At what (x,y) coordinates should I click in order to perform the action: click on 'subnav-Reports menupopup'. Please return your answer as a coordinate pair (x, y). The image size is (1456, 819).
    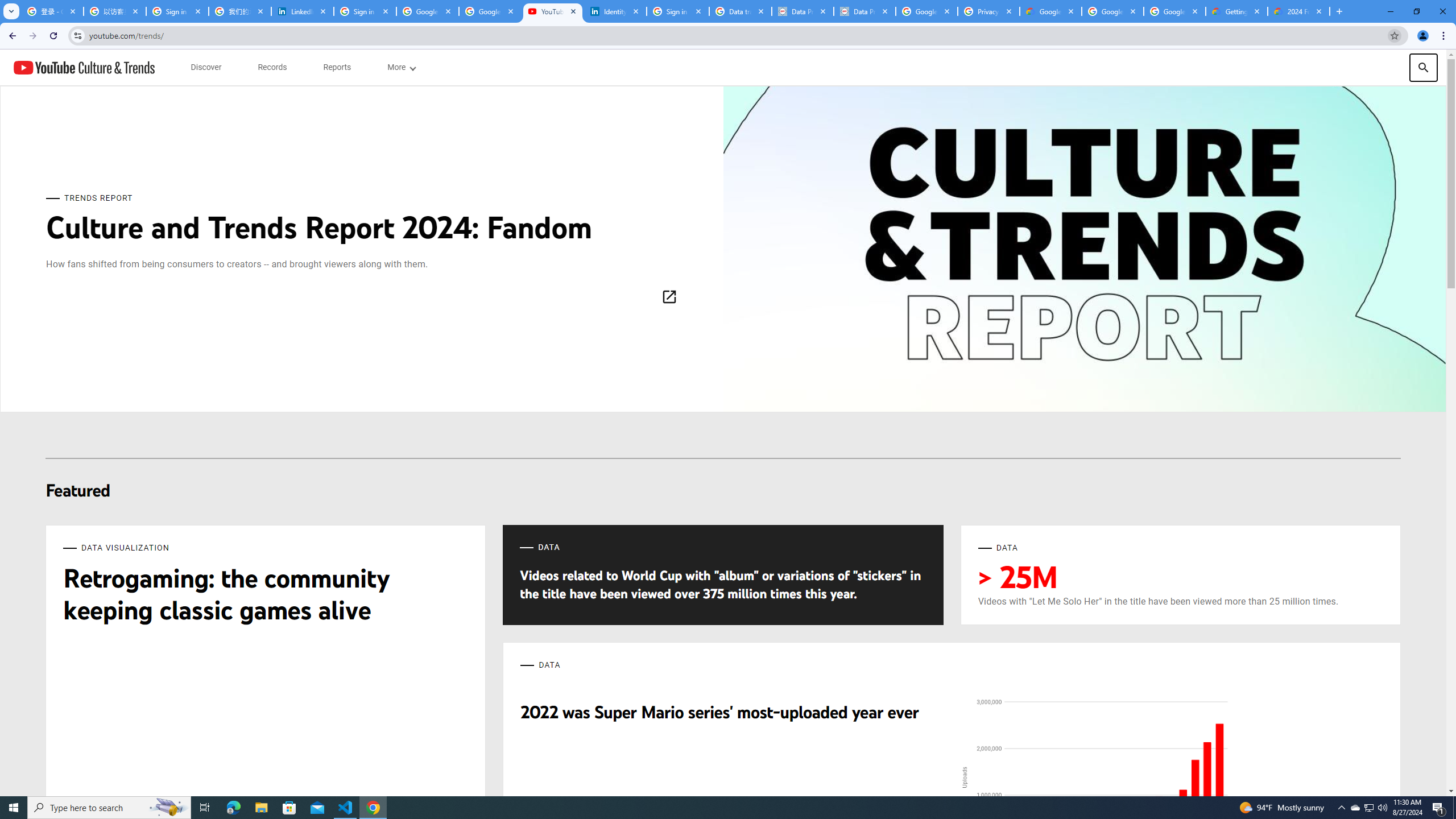
    Looking at the image, I should click on (336, 67).